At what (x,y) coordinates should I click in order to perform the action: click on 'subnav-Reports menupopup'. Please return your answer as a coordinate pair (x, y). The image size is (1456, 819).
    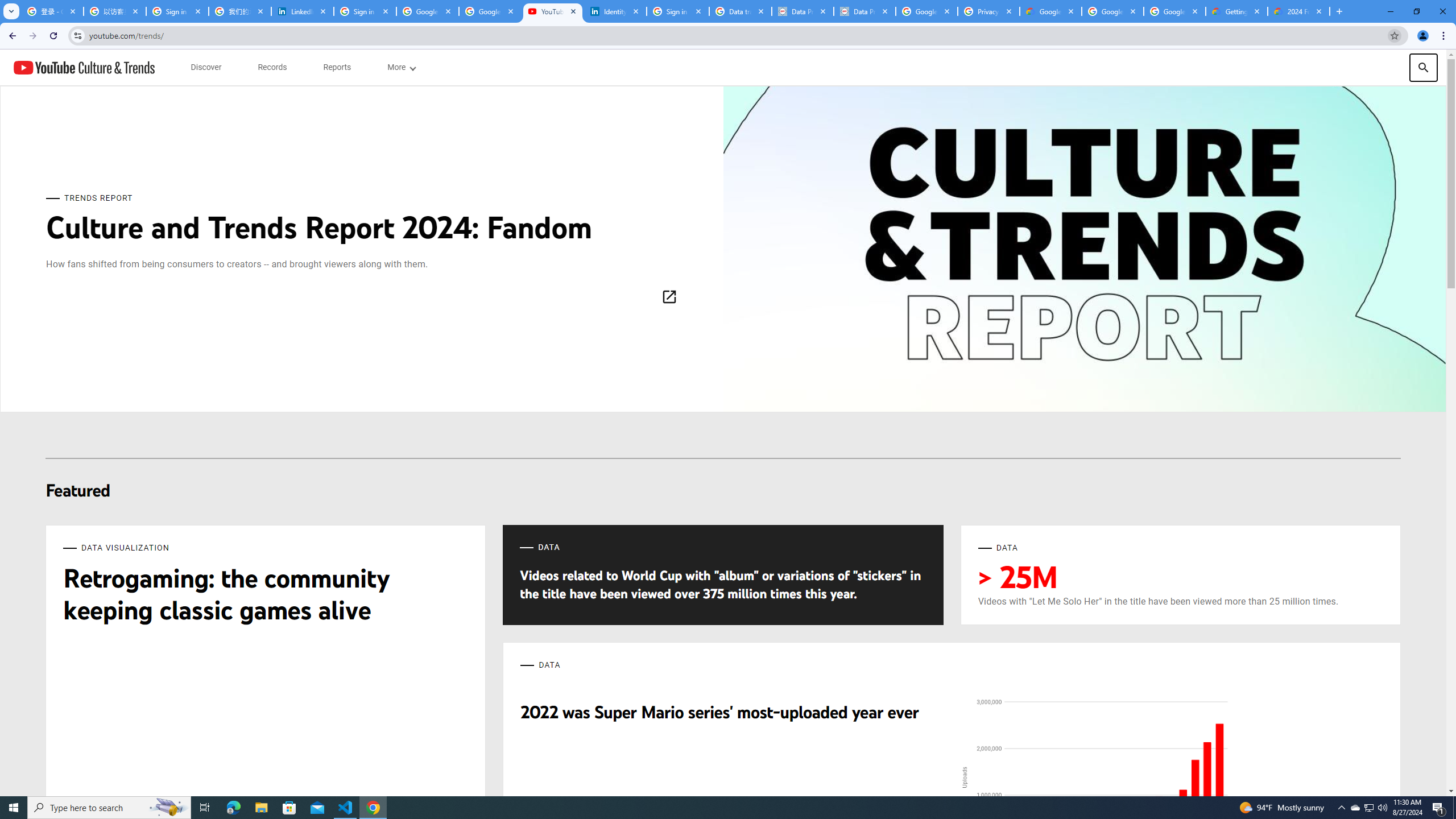
    Looking at the image, I should click on (336, 67).